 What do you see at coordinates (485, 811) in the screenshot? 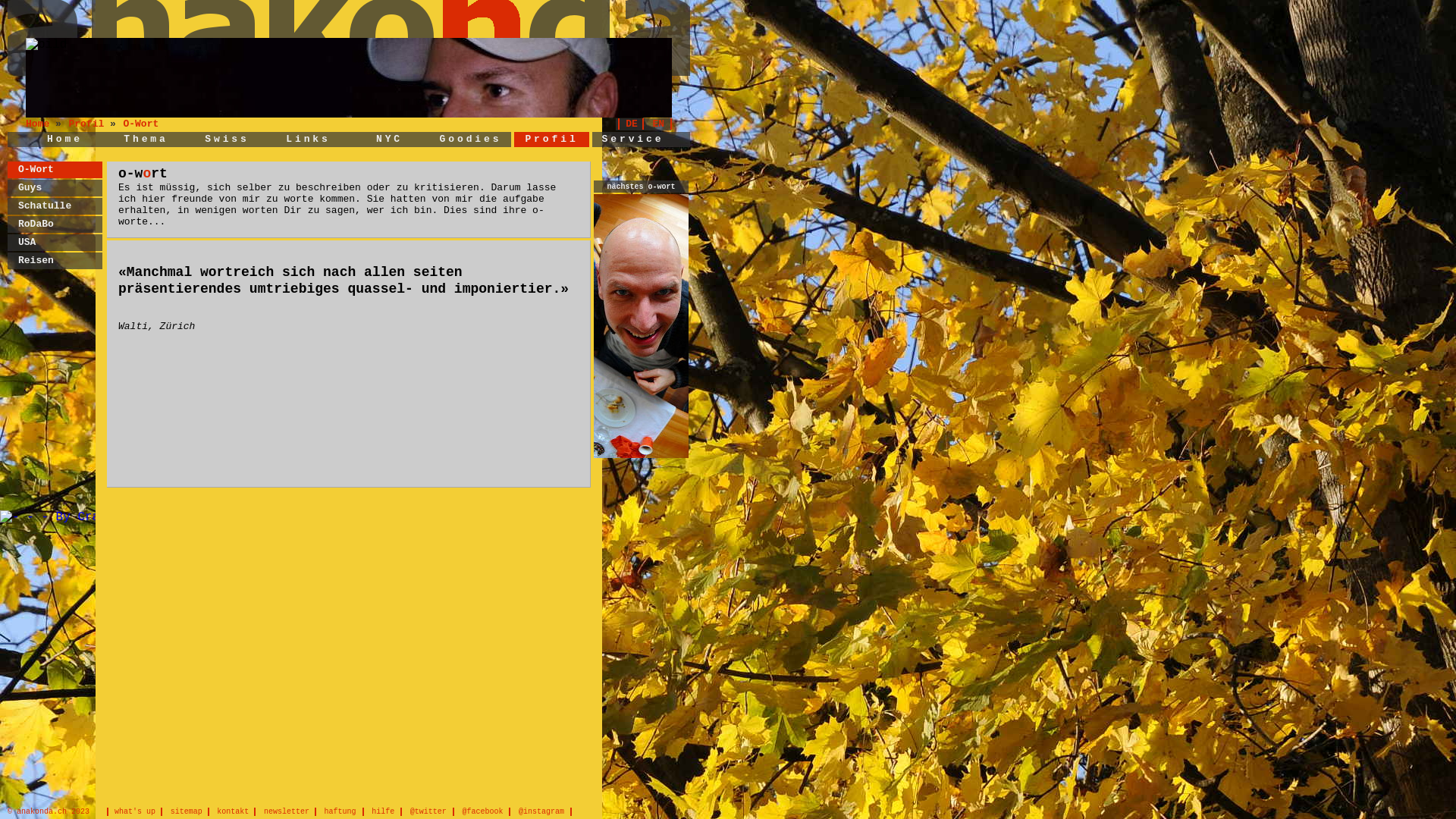
I see `'@facebook'` at bounding box center [485, 811].